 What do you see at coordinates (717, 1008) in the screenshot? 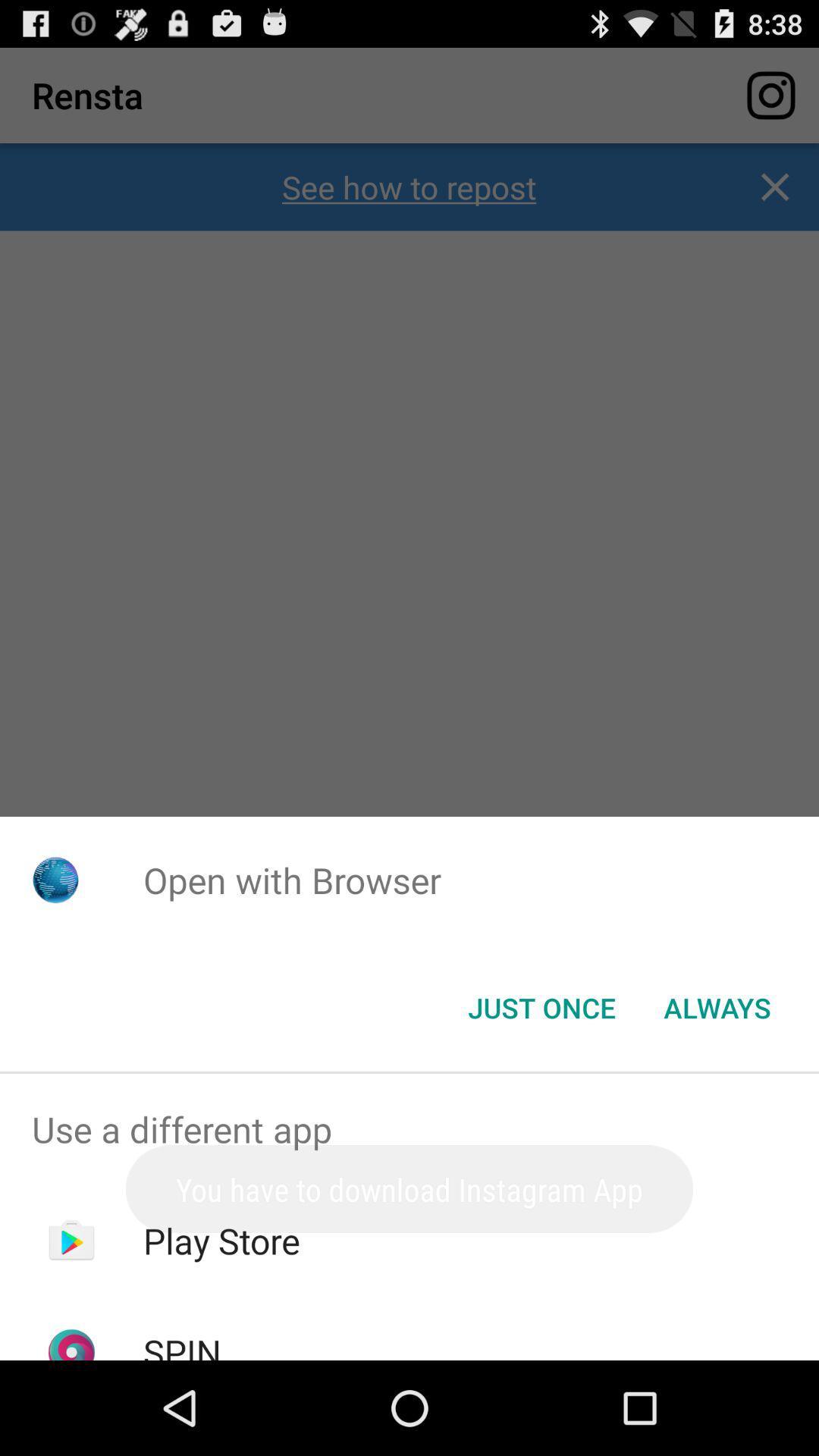
I see `icon next to the just once item` at bounding box center [717, 1008].